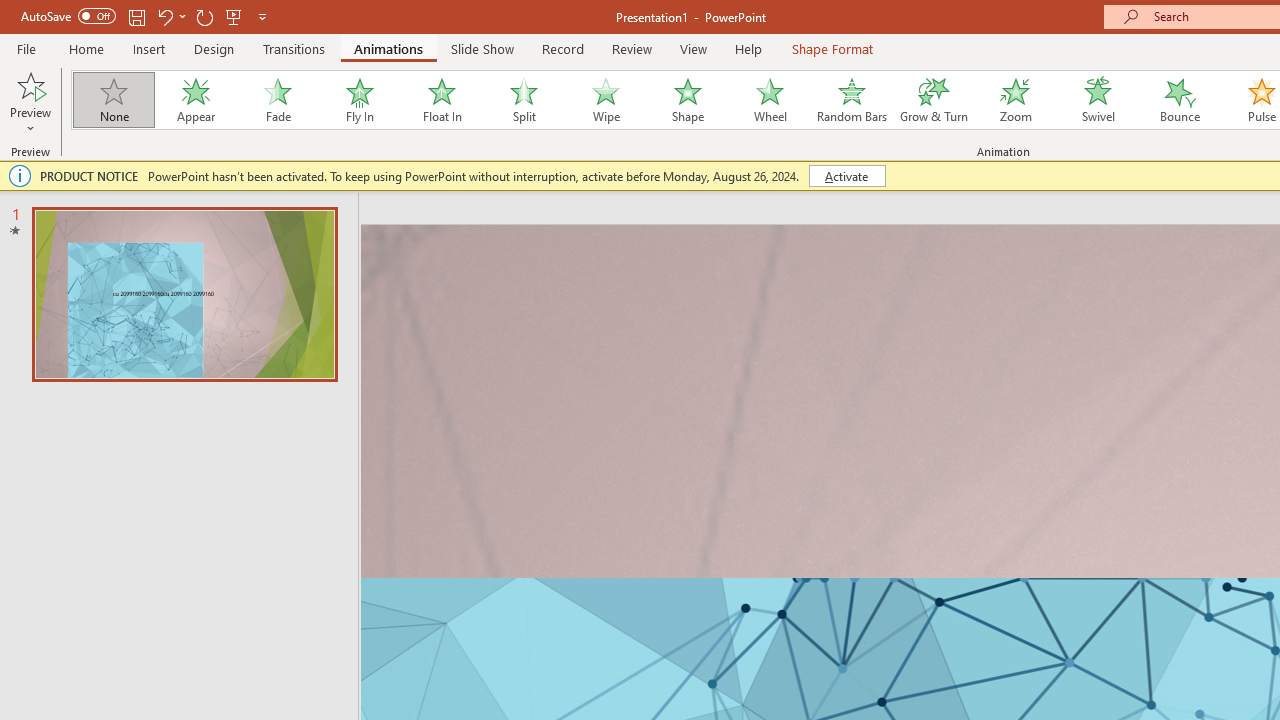 The height and width of the screenshot is (720, 1280). I want to click on 'Split', so click(523, 100).